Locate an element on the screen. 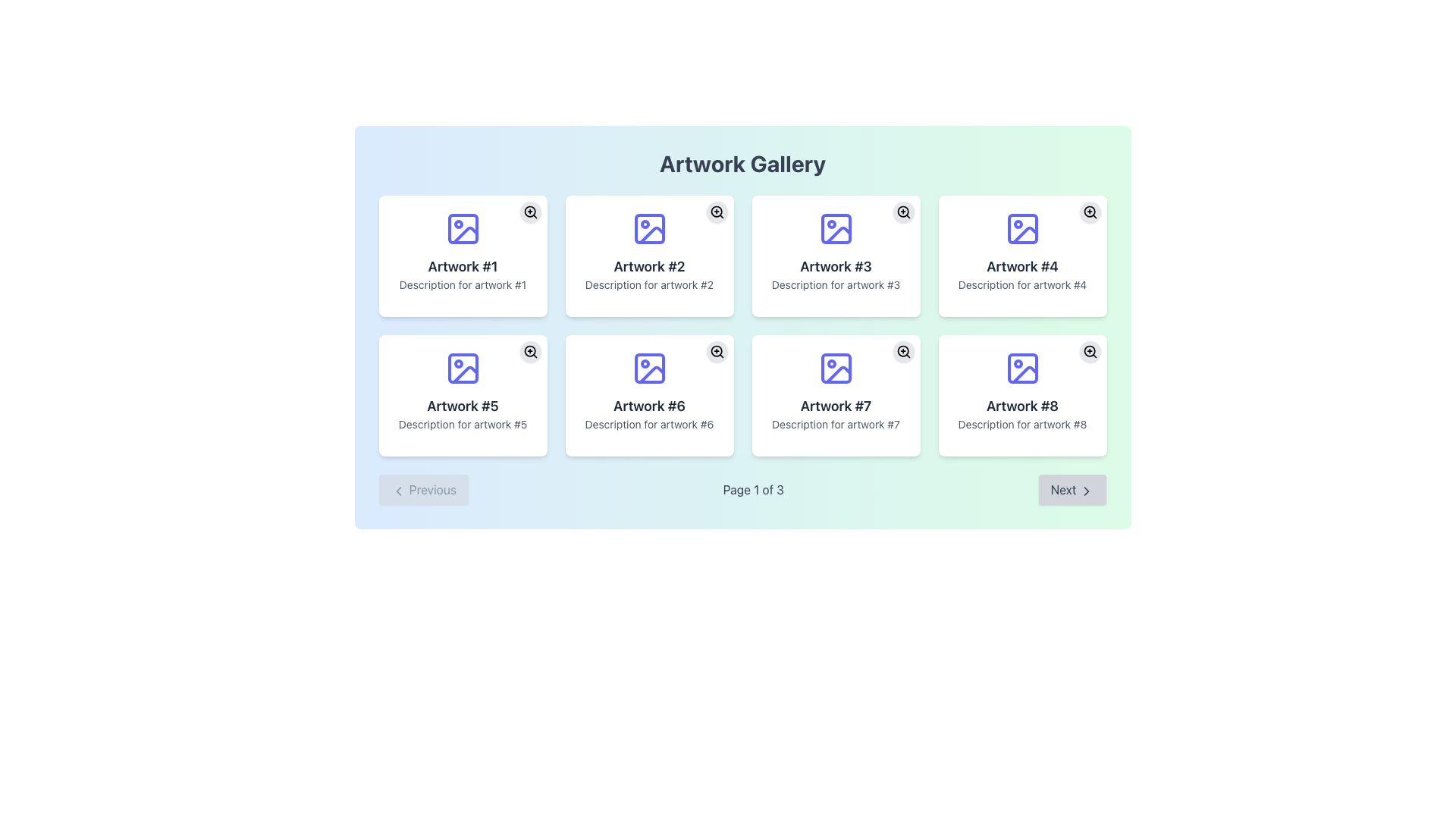  the small circular SVG shape located within the magnifying glass icon on the top-right corner of the 'Artwork #1' card is located at coordinates (529, 212).